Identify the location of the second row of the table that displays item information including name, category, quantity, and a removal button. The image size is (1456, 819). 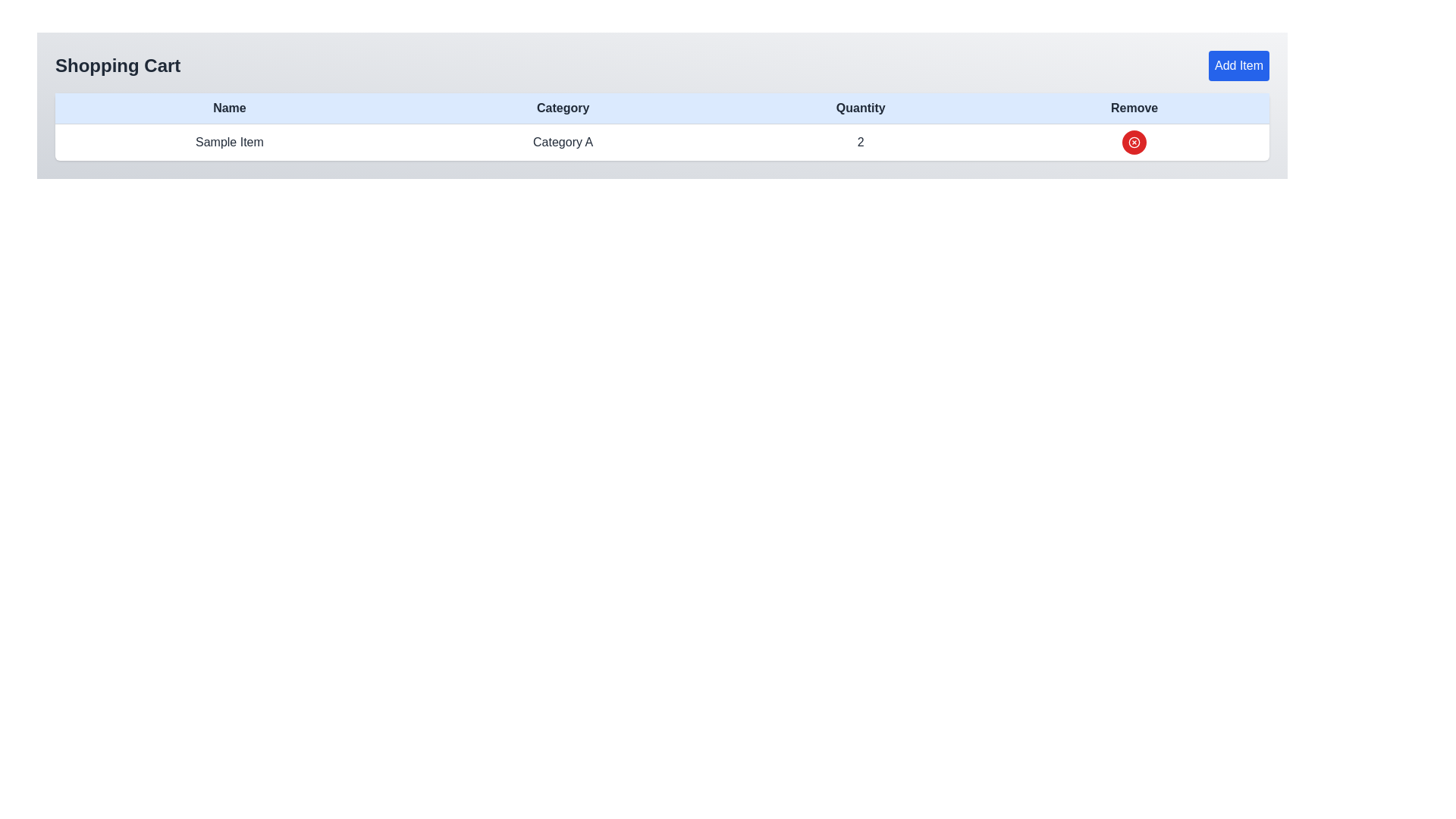
(662, 142).